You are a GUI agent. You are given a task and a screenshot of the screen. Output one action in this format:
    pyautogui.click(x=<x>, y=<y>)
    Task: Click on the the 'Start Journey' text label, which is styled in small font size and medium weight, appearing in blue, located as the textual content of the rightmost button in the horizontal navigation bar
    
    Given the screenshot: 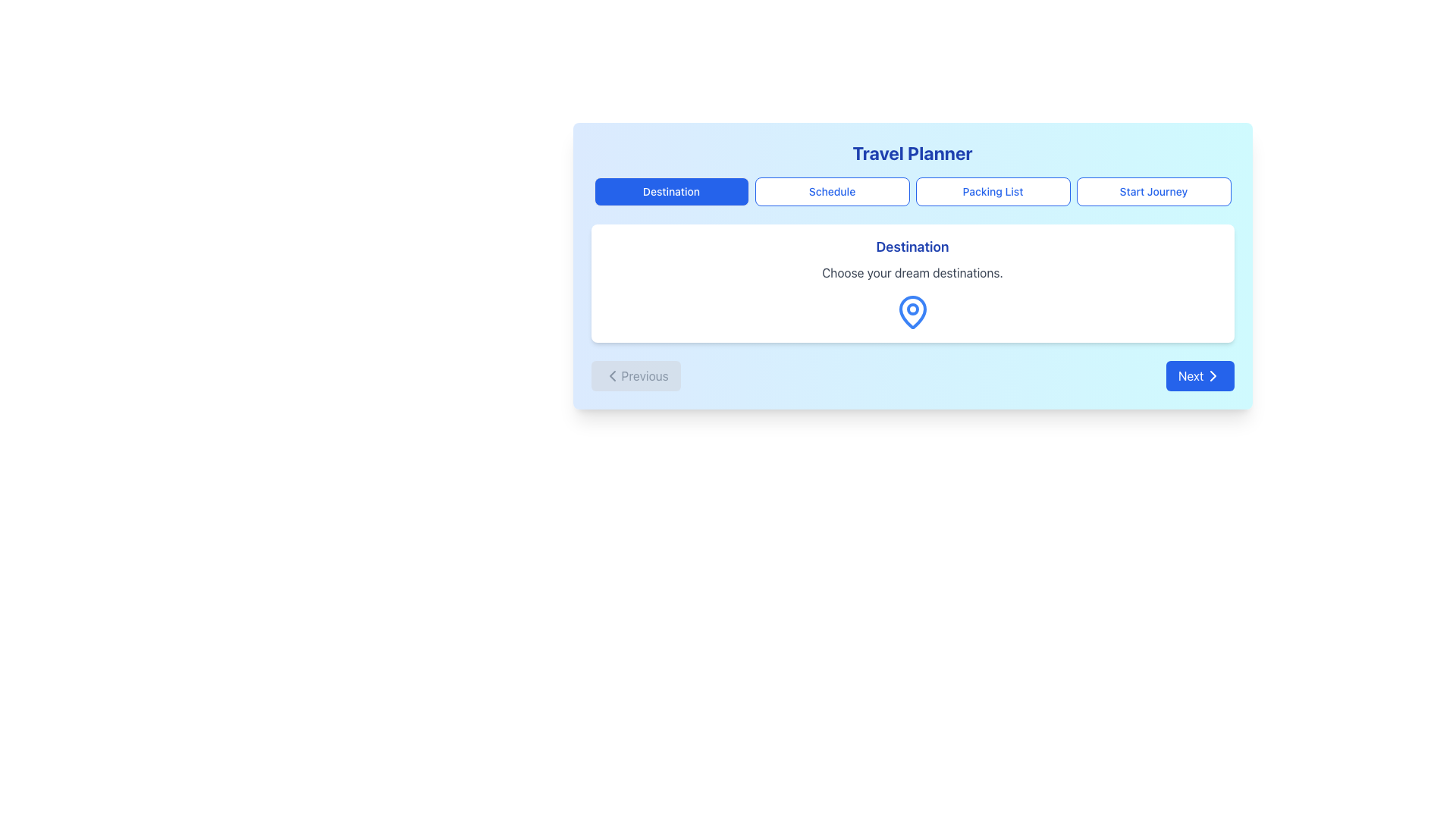 What is the action you would take?
    pyautogui.click(x=1153, y=191)
    